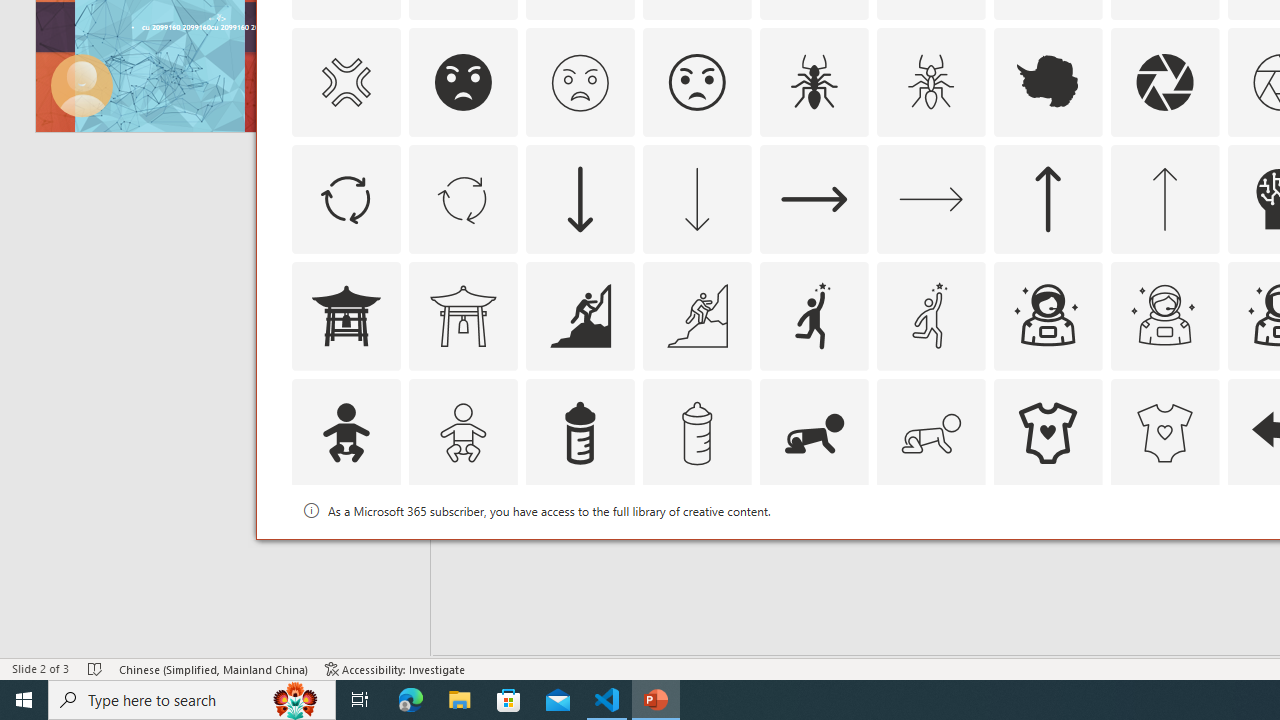 The image size is (1280, 720). I want to click on 'AutomationID: Icons_ArrowDown_M', so click(696, 198).